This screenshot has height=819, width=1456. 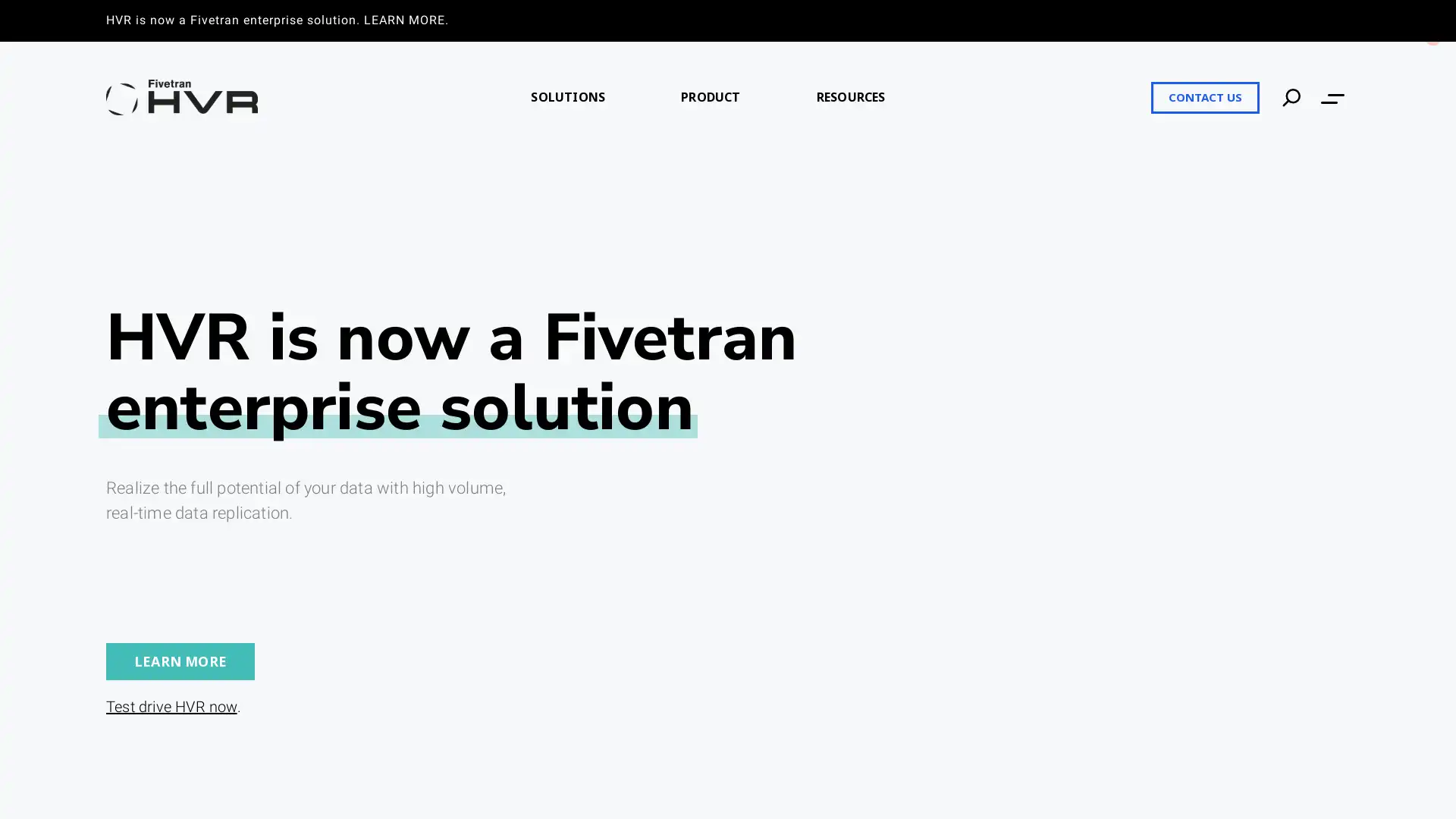 What do you see at coordinates (1332, 97) in the screenshot?
I see `OPEN MAIN NAVIGATION` at bounding box center [1332, 97].